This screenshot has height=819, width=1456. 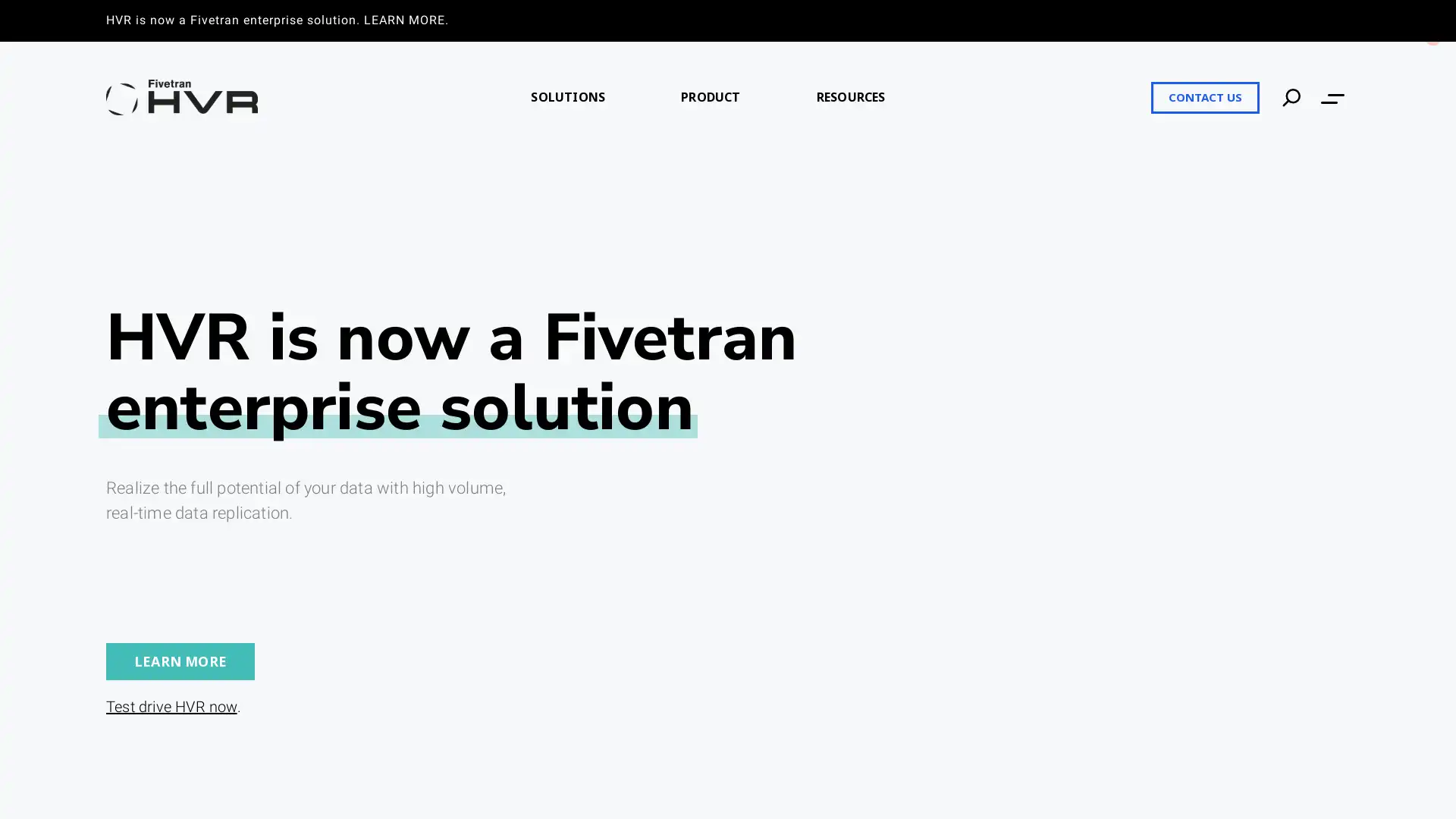 What do you see at coordinates (1332, 97) in the screenshot?
I see `OPEN MAIN NAVIGATION` at bounding box center [1332, 97].